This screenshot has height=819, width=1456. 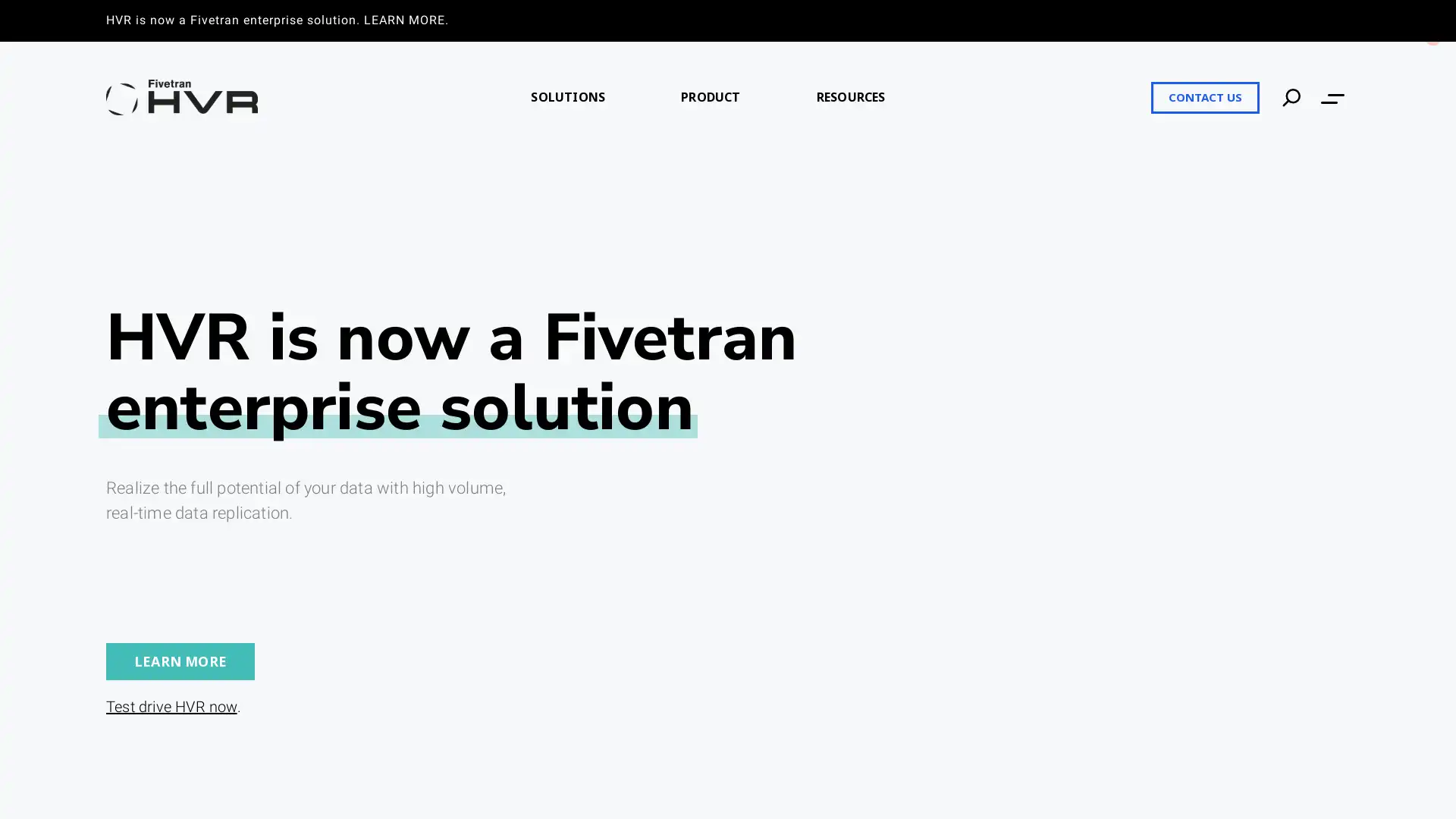 What do you see at coordinates (1332, 97) in the screenshot?
I see `OPEN MAIN NAVIGATION` at bounding box center [1332, 97].